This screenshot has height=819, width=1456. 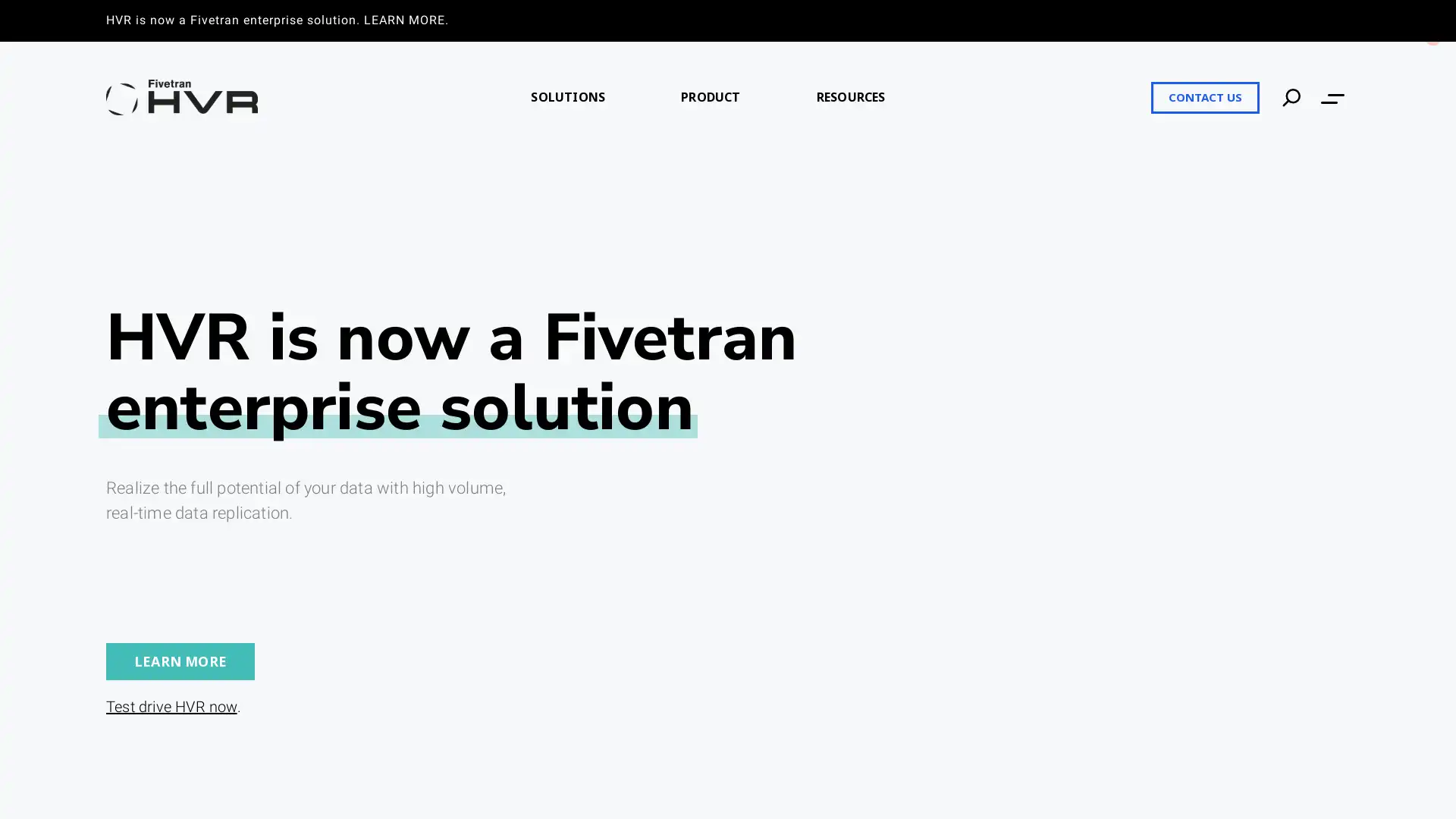 What do you see at coordinates (1332, 97) in the screenshot?
I see `OPEN MAIN NAVIGATION` at bounding box center [1332, 97].